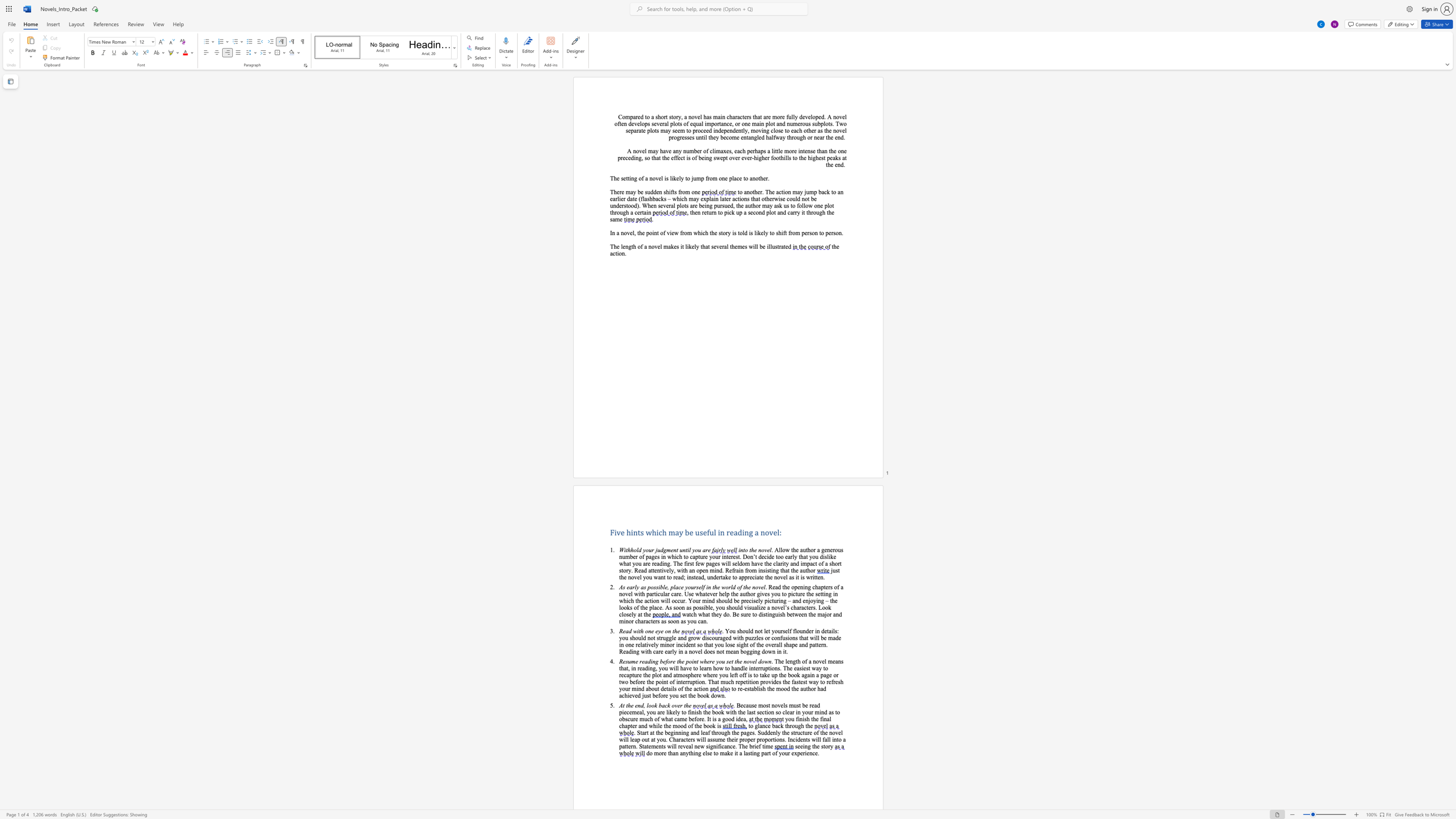 This screenshot has width=1456, height=819. I want to click on the subset text "rst few pages will seldom have the clarity and impact of a short story. Read attentively, with an open mind. Refrain from insisti" within the text "decide too early that you dislike what you are reading. The first few pages will seldom have the clarity and impact of a short story. Read attentively, with an open mind. Refrain from insisting that the author", so click(687, 563).